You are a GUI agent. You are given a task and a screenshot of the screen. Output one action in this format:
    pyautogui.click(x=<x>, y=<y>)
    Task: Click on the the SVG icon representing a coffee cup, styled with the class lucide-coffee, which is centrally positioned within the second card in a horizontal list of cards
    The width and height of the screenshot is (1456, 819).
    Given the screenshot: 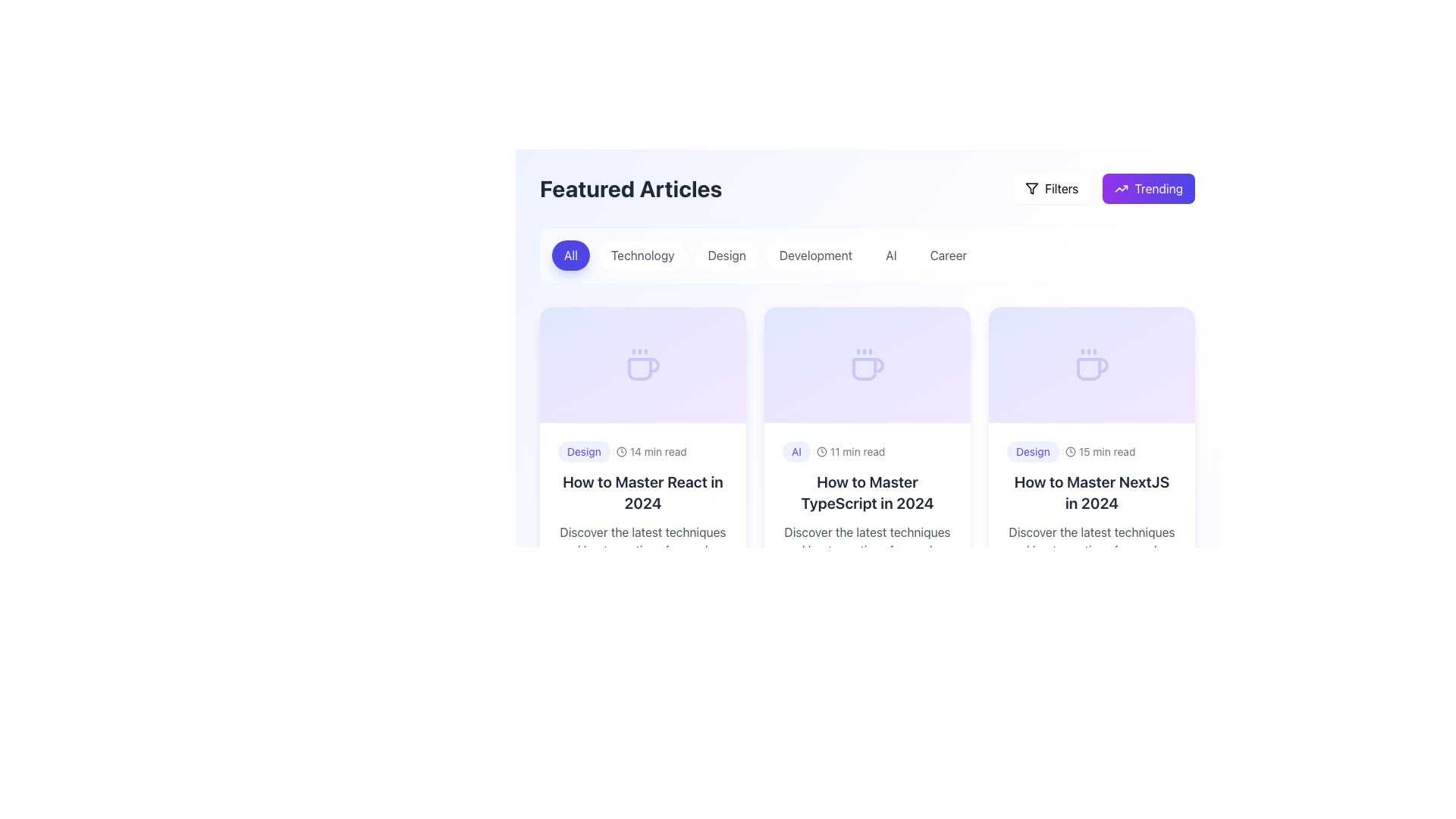 What is the action you would take?
    pyautogui.click(x=867, y=365)
    